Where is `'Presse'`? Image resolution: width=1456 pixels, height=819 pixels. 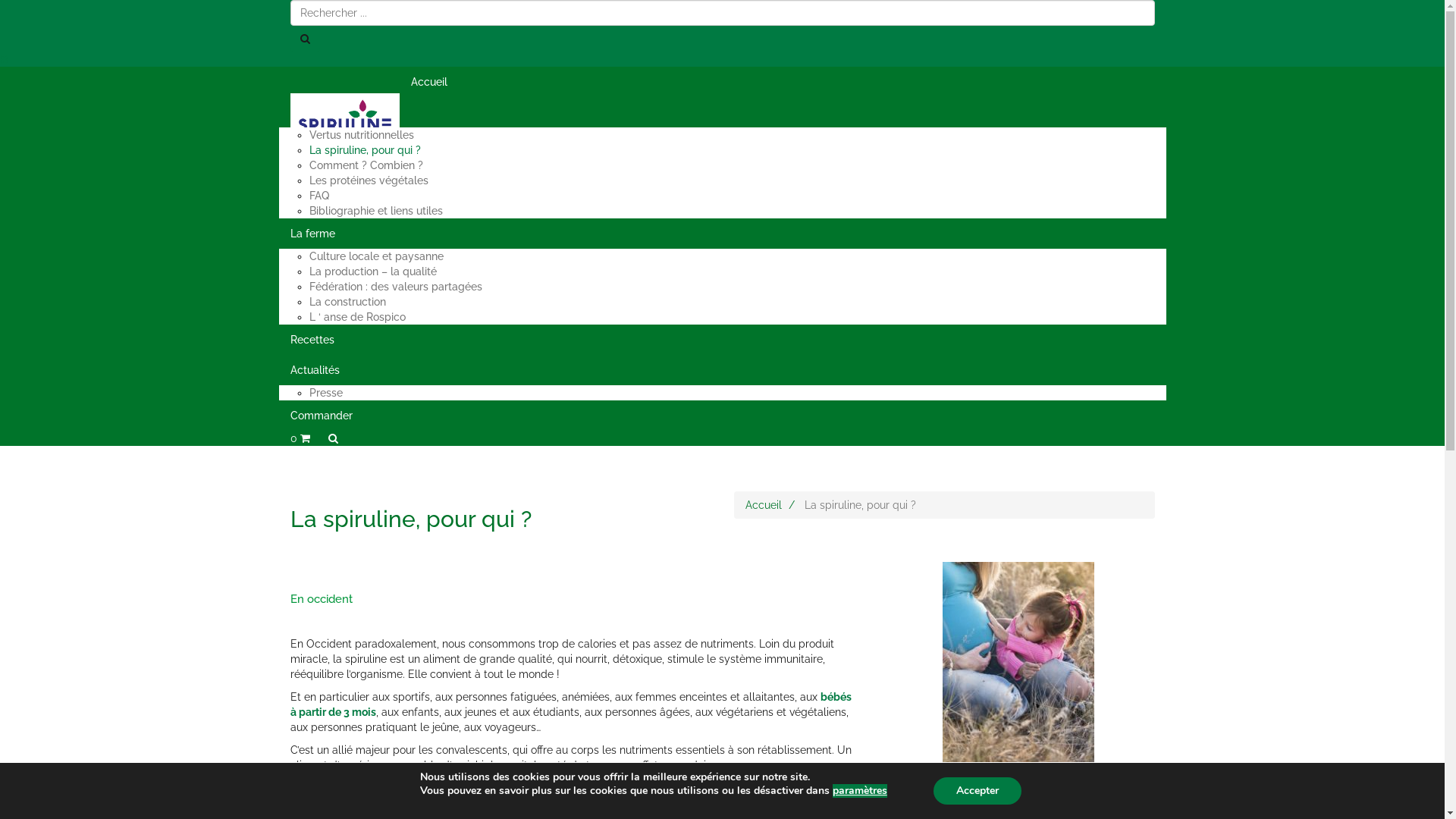 'Presse' is located at coordinates (325, 391).